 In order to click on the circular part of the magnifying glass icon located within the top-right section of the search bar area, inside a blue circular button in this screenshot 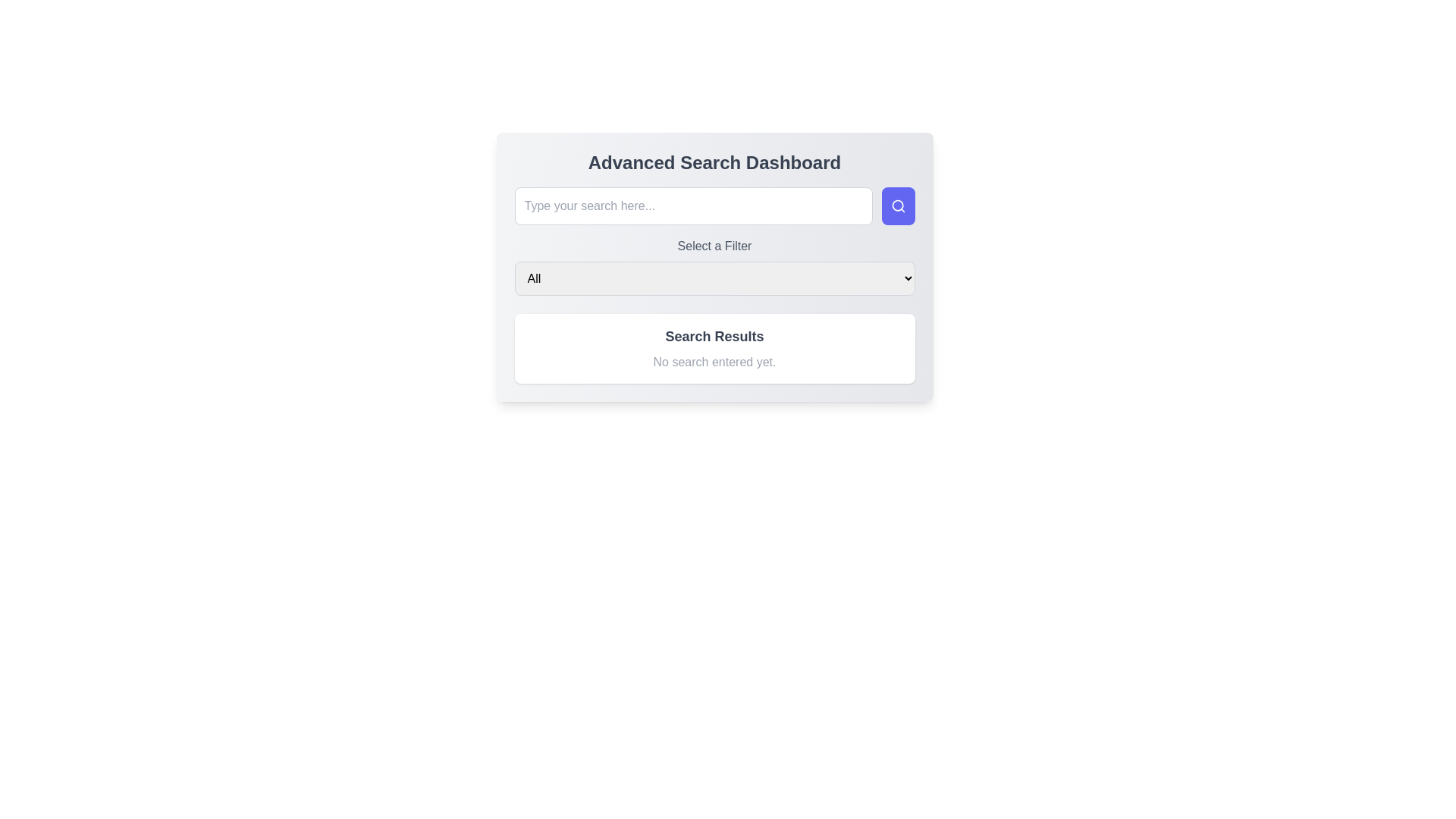, I will do `click(897, 206)`.